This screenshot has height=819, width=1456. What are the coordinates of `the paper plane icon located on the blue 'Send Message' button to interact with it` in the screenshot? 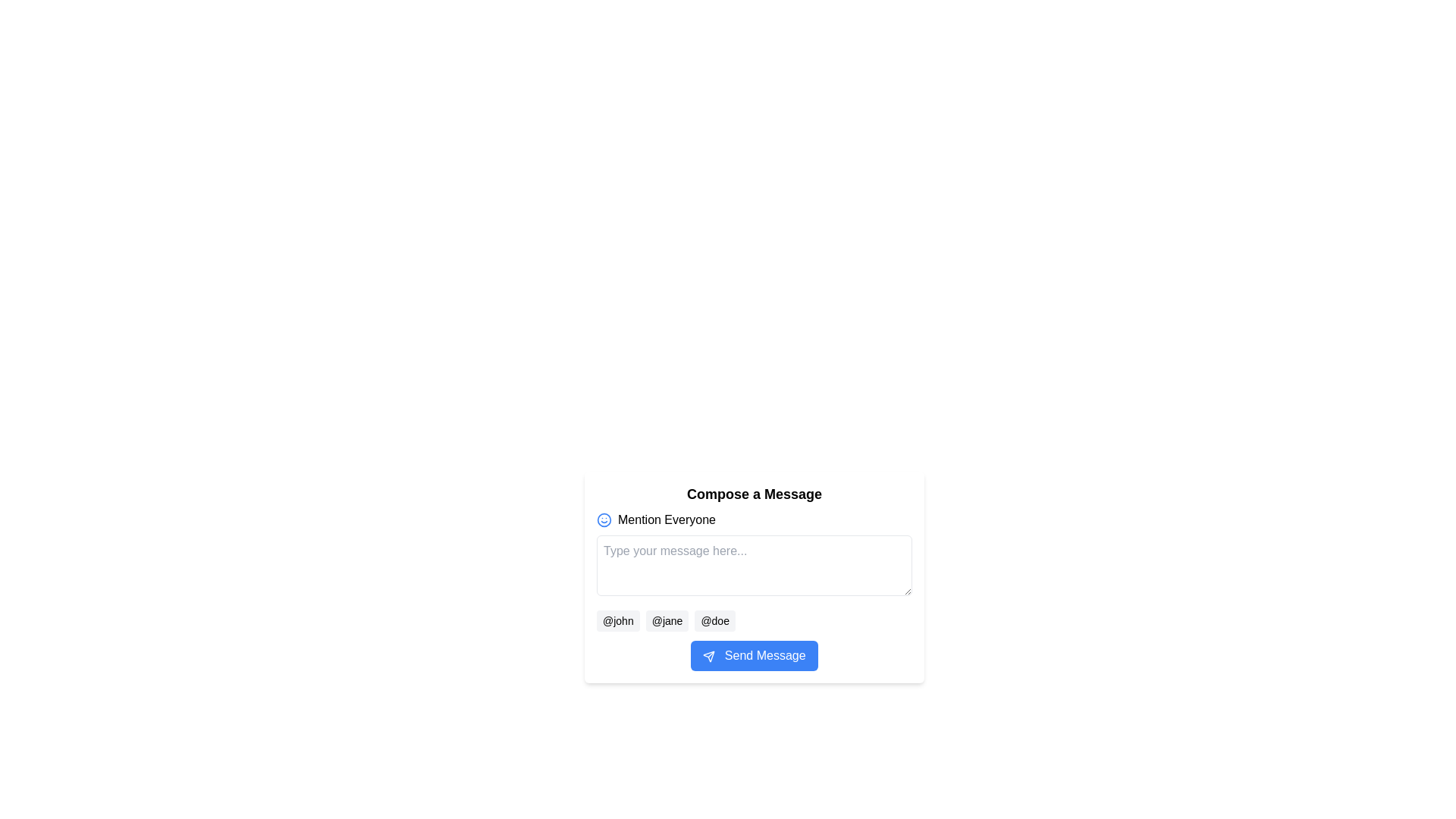 It's located at (708, 655).